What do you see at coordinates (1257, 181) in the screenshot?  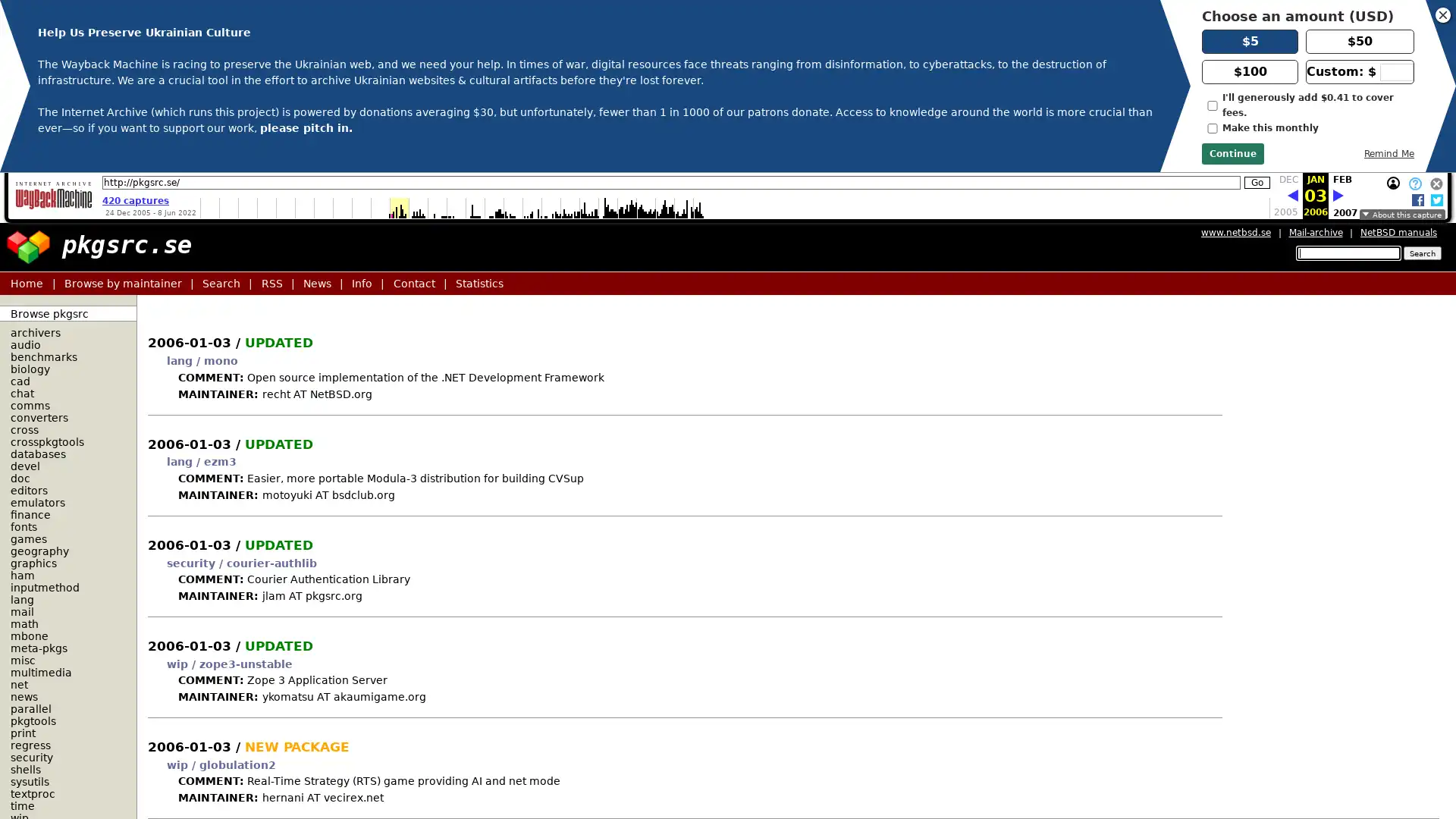 I see `Go` at bounding box center [1257, 181].